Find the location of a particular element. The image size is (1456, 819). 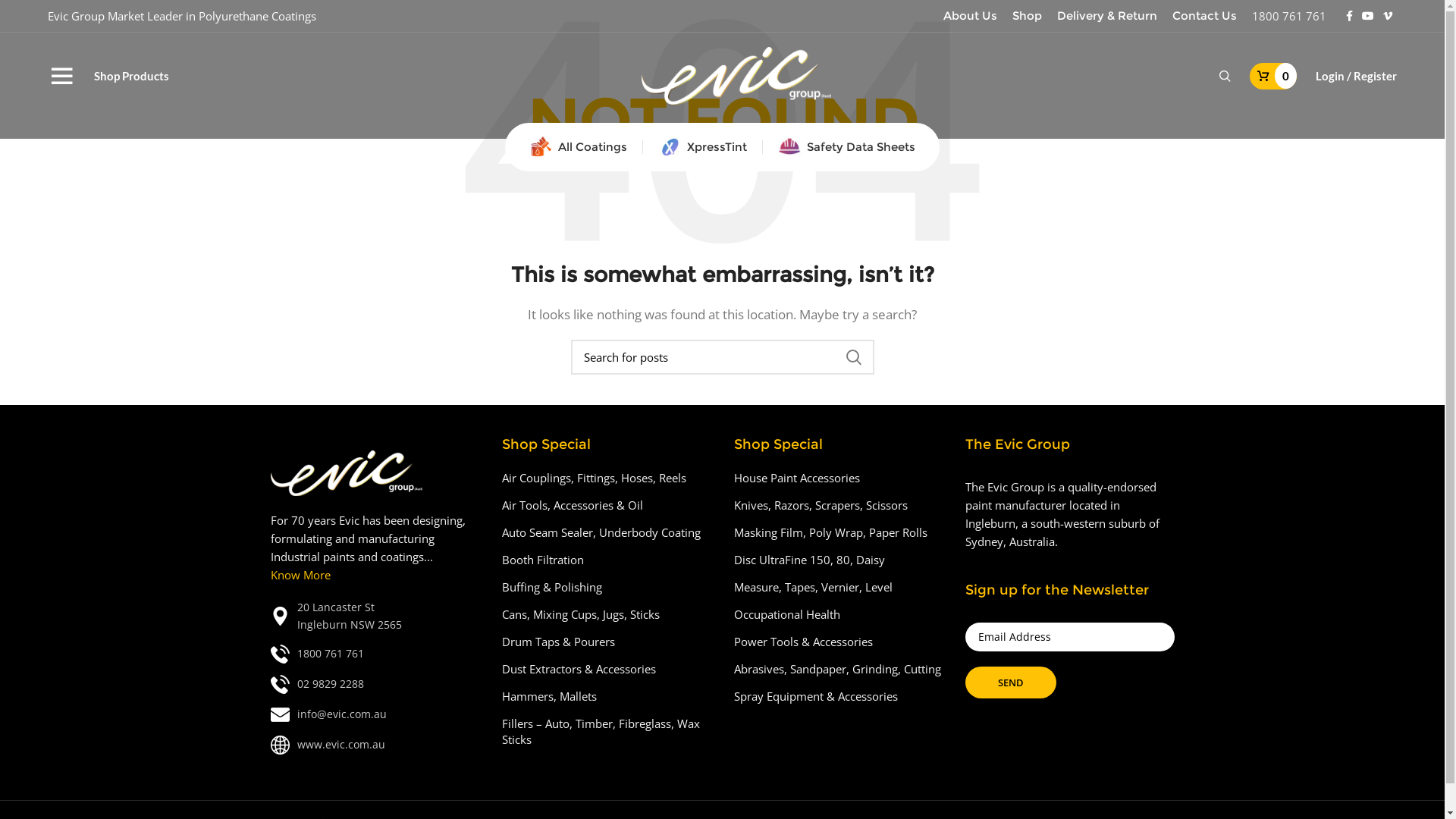

'Dust Extractors & Accessories' is located at coordinates (579, 668).